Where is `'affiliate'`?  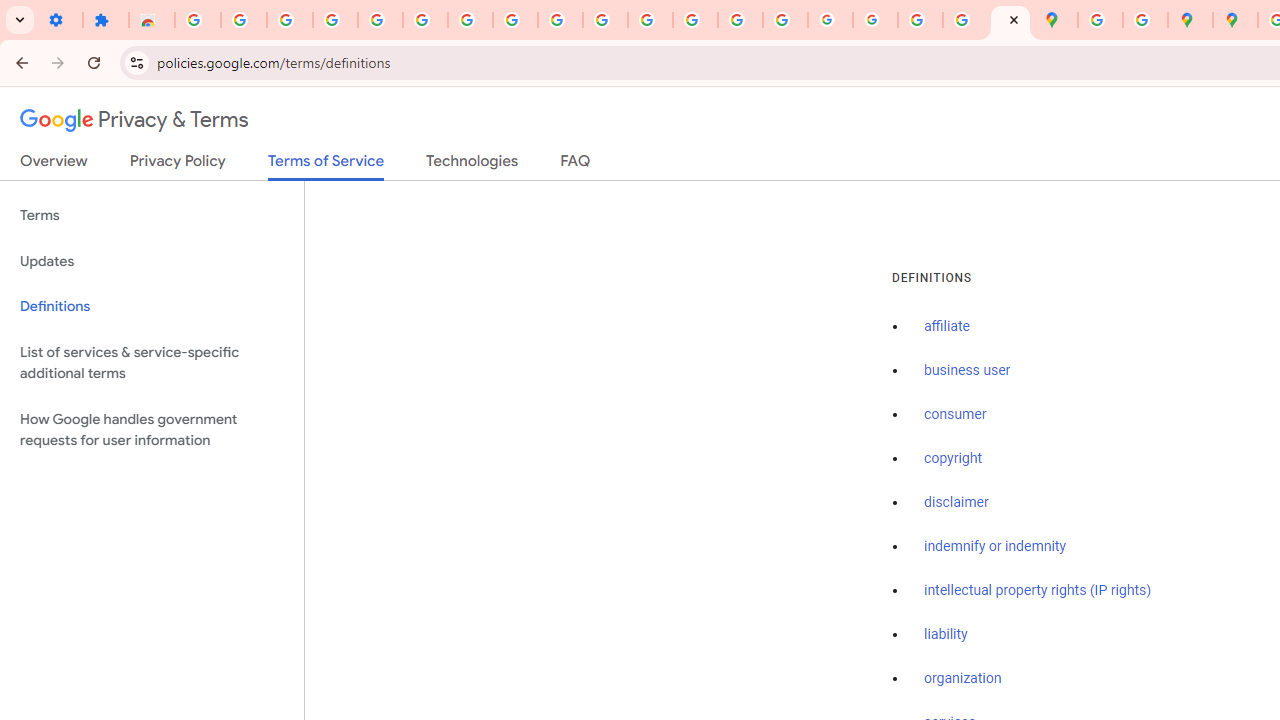 'affiliate' is located at coordinates (946, 326).